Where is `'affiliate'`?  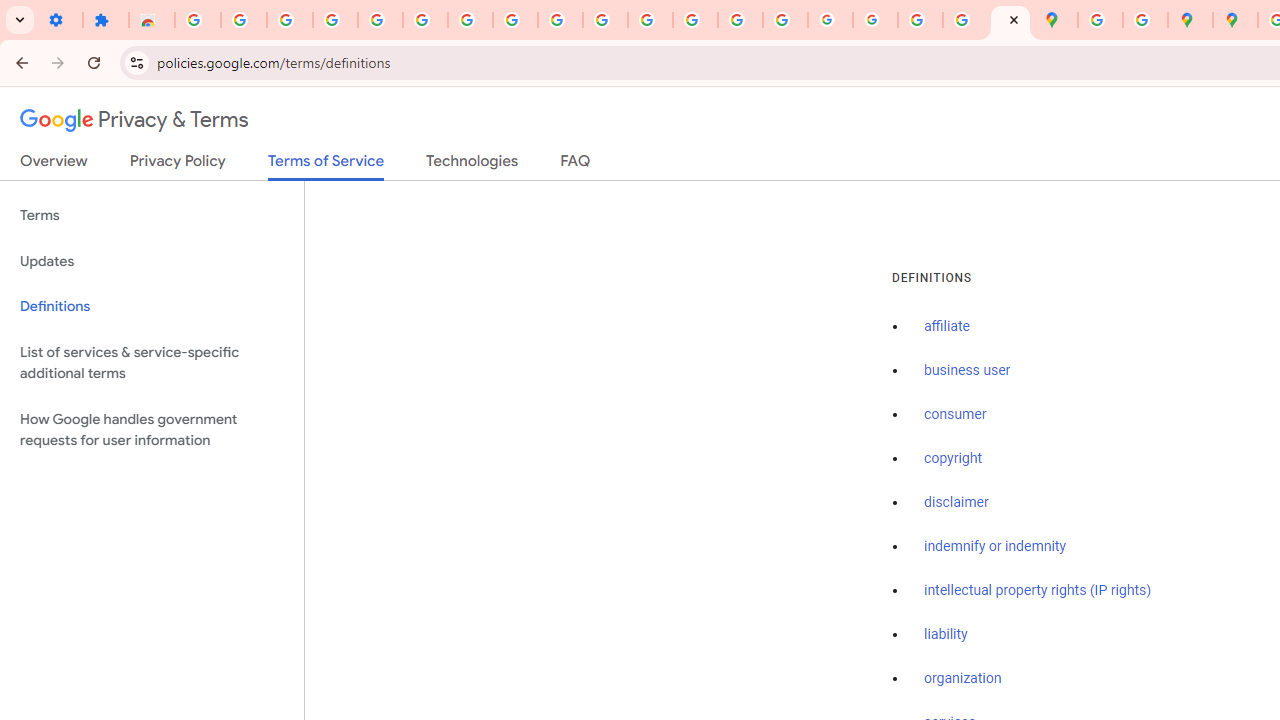 'affiliate' is located at coordinates (946, 326).